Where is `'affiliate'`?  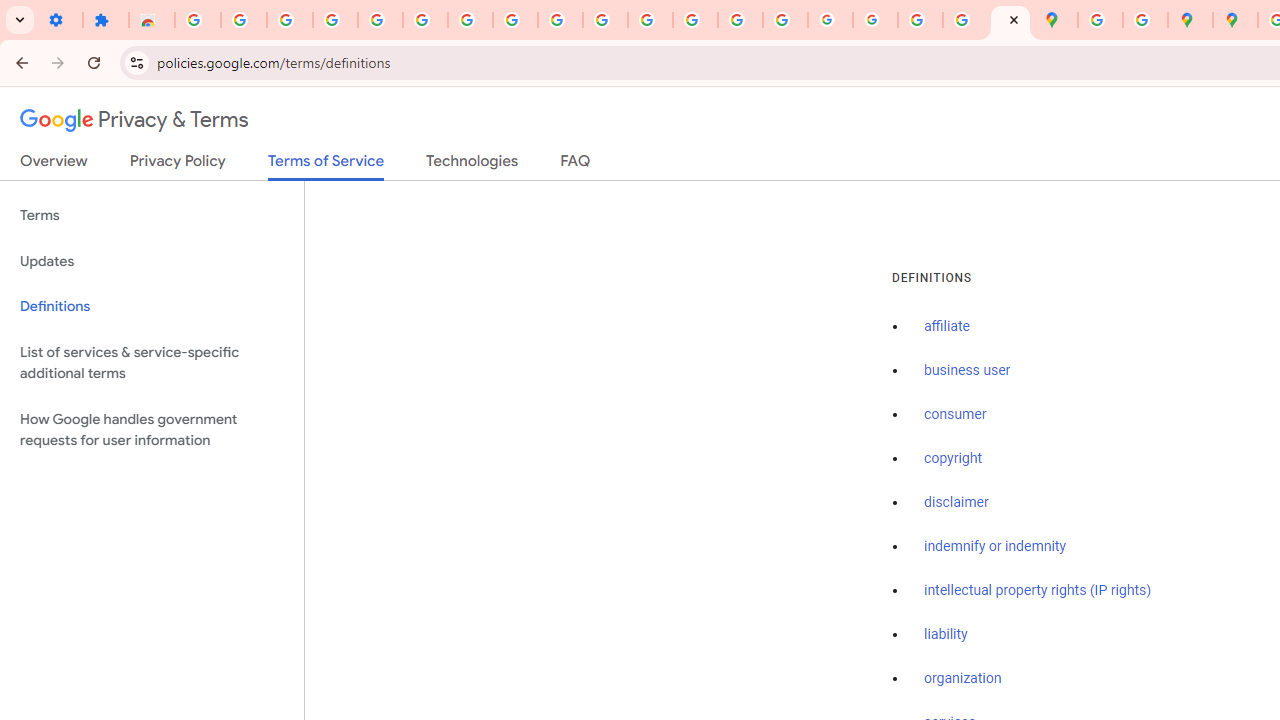 'affiliate' is located at coordinates (946, 326).